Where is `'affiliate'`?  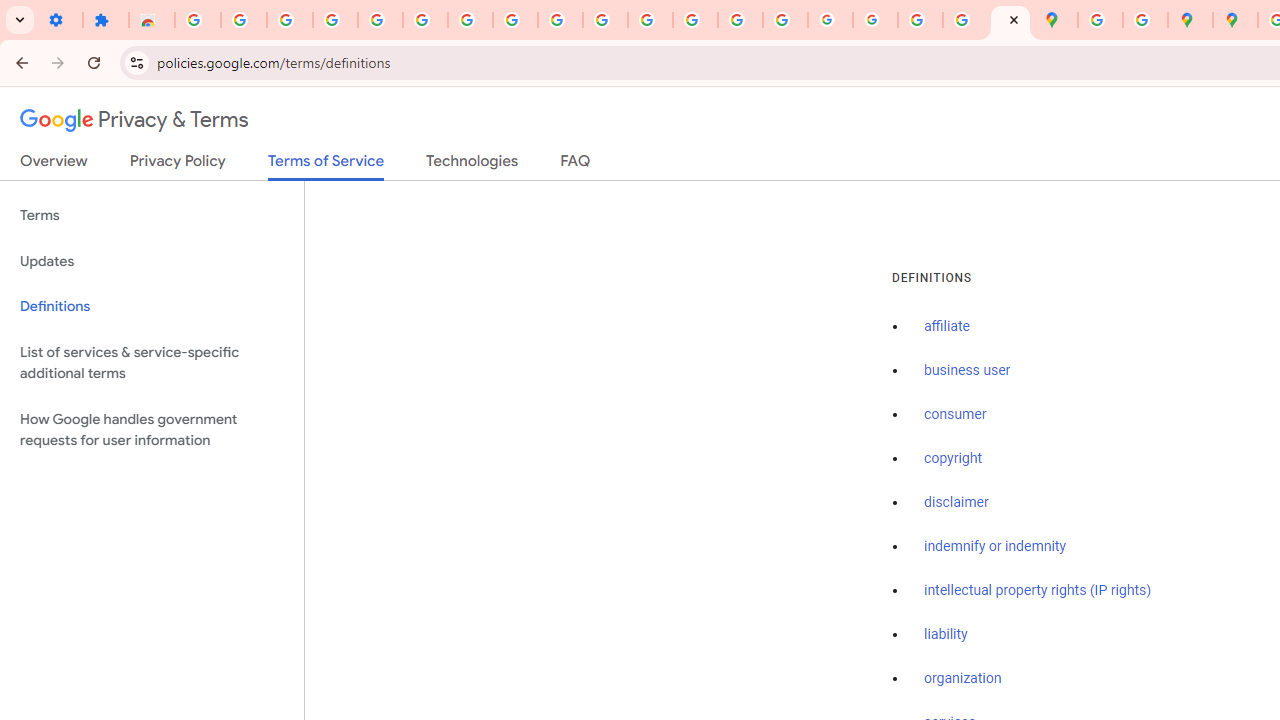 'affiliate' is located at coordinates (946, 326).